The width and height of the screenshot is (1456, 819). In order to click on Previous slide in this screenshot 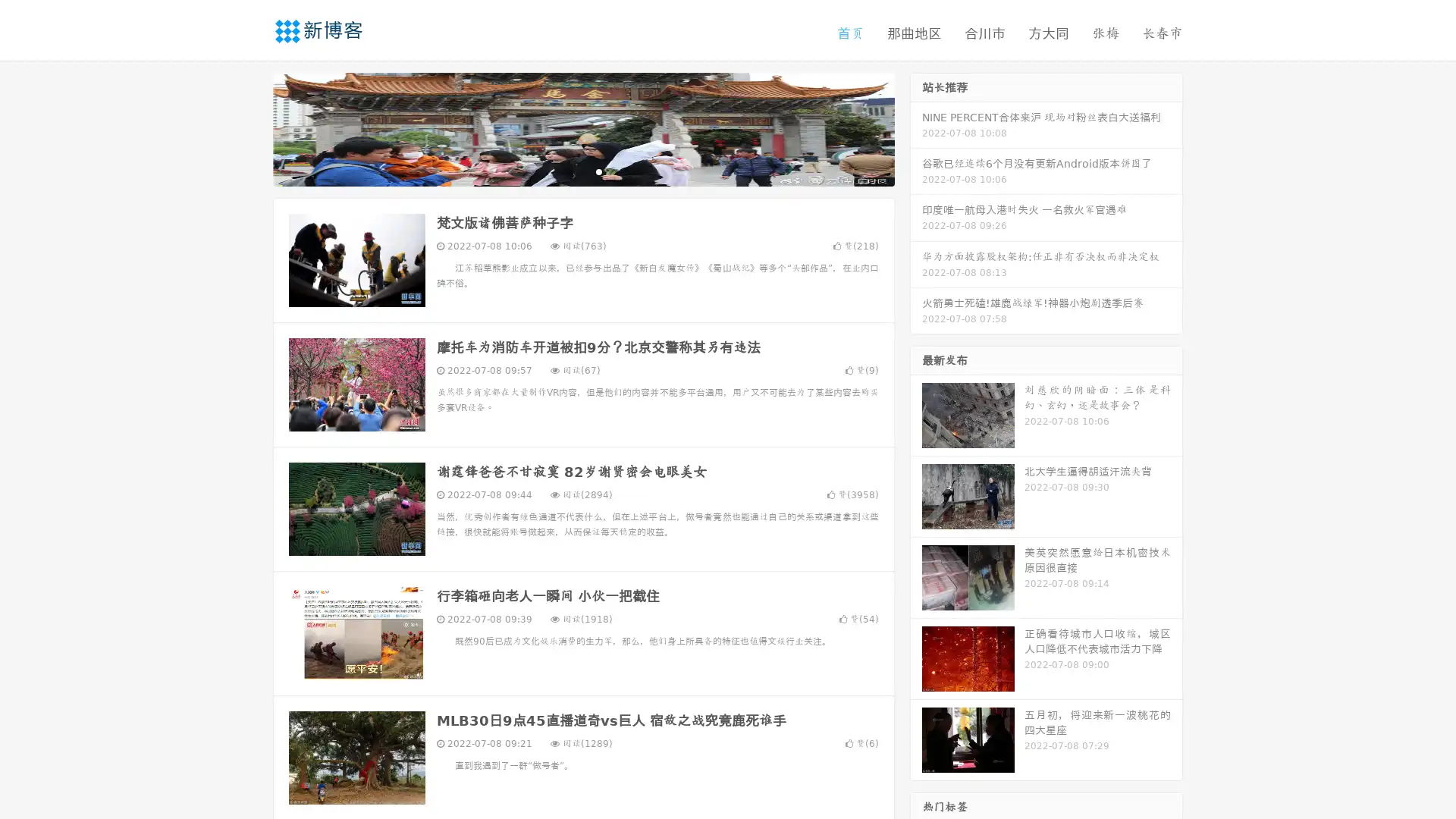, I will do `click(250, 127)`.